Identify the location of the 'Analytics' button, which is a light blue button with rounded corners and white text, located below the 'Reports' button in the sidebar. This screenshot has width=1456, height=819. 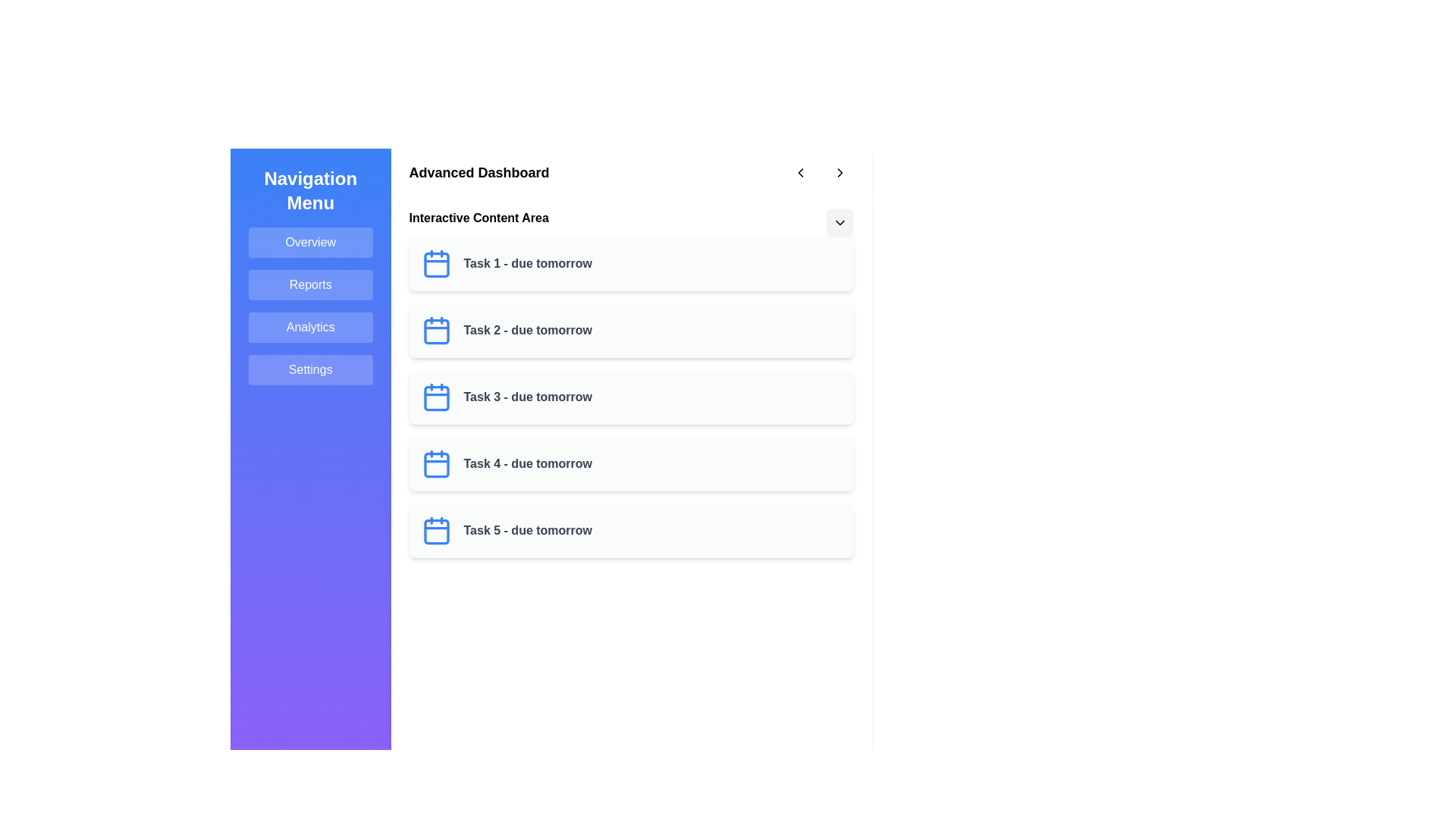
(309, 327).